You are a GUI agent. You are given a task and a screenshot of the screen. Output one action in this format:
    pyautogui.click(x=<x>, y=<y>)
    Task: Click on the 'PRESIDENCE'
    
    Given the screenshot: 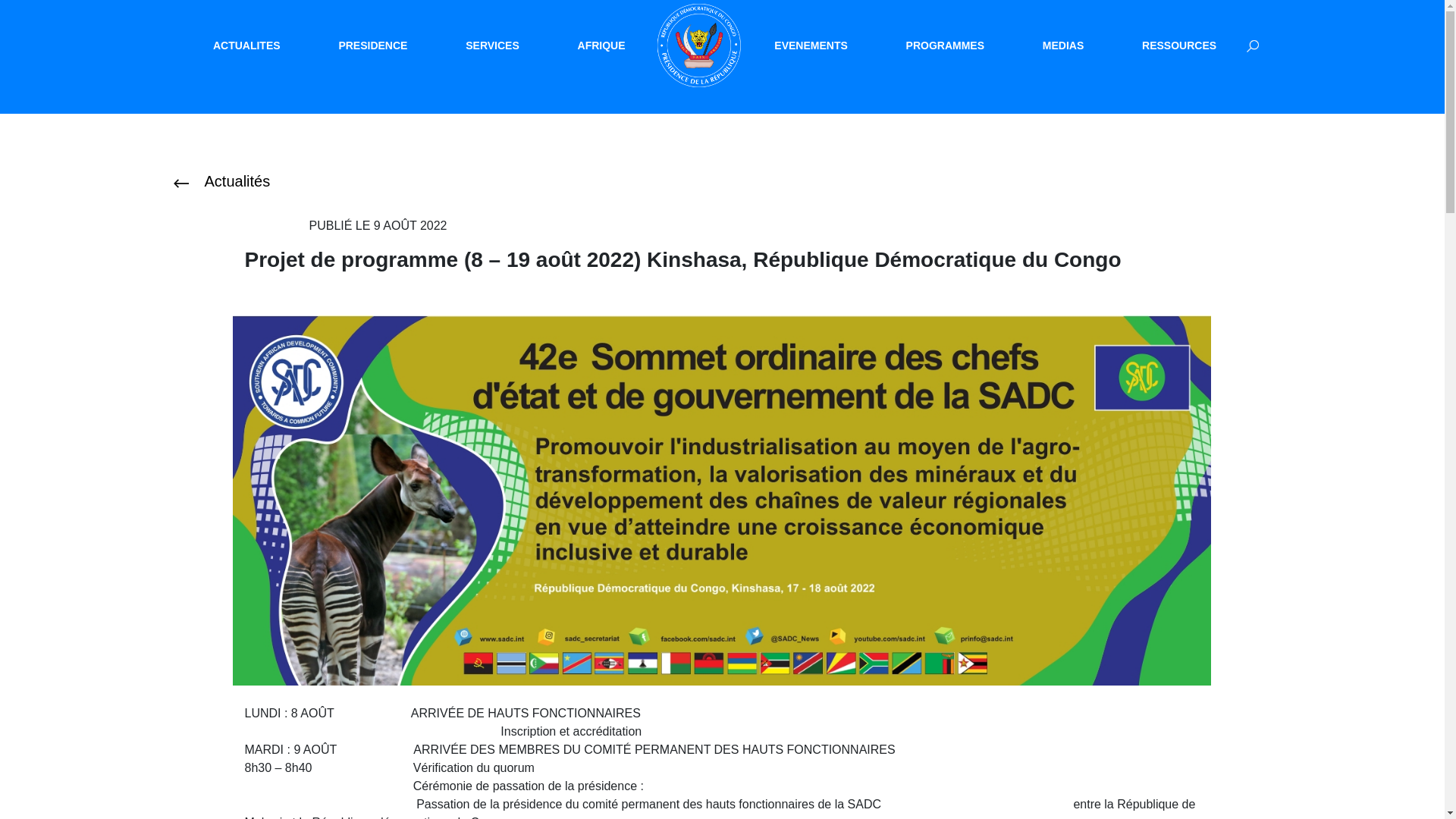 What is the action you would take?
    pyautogui.click(x=372, y=45)
    